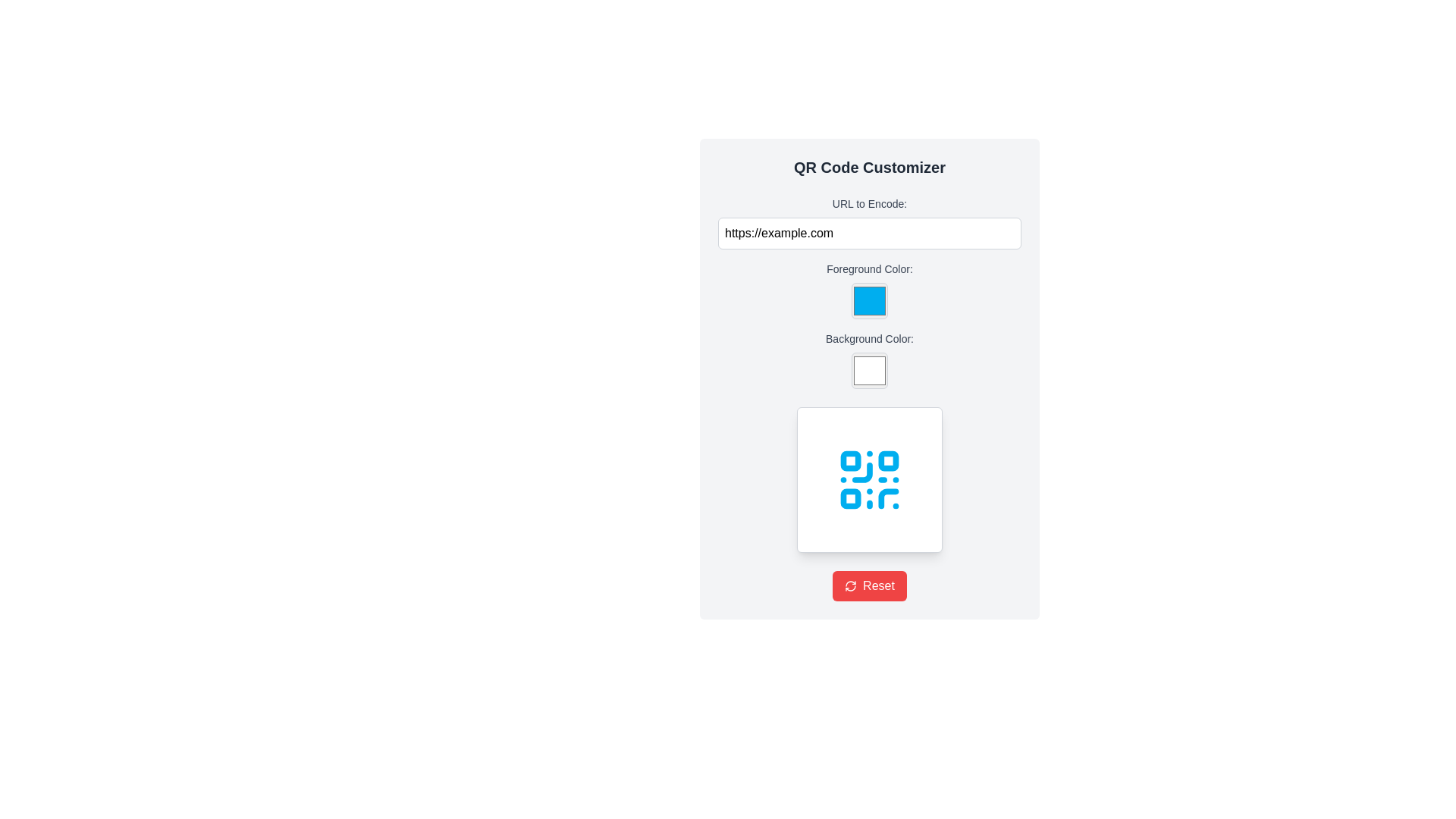  Describe the element at coordinates (870, 268) in the screenshot. I see `the text label that reads 'Foreground Color:'` at that location.